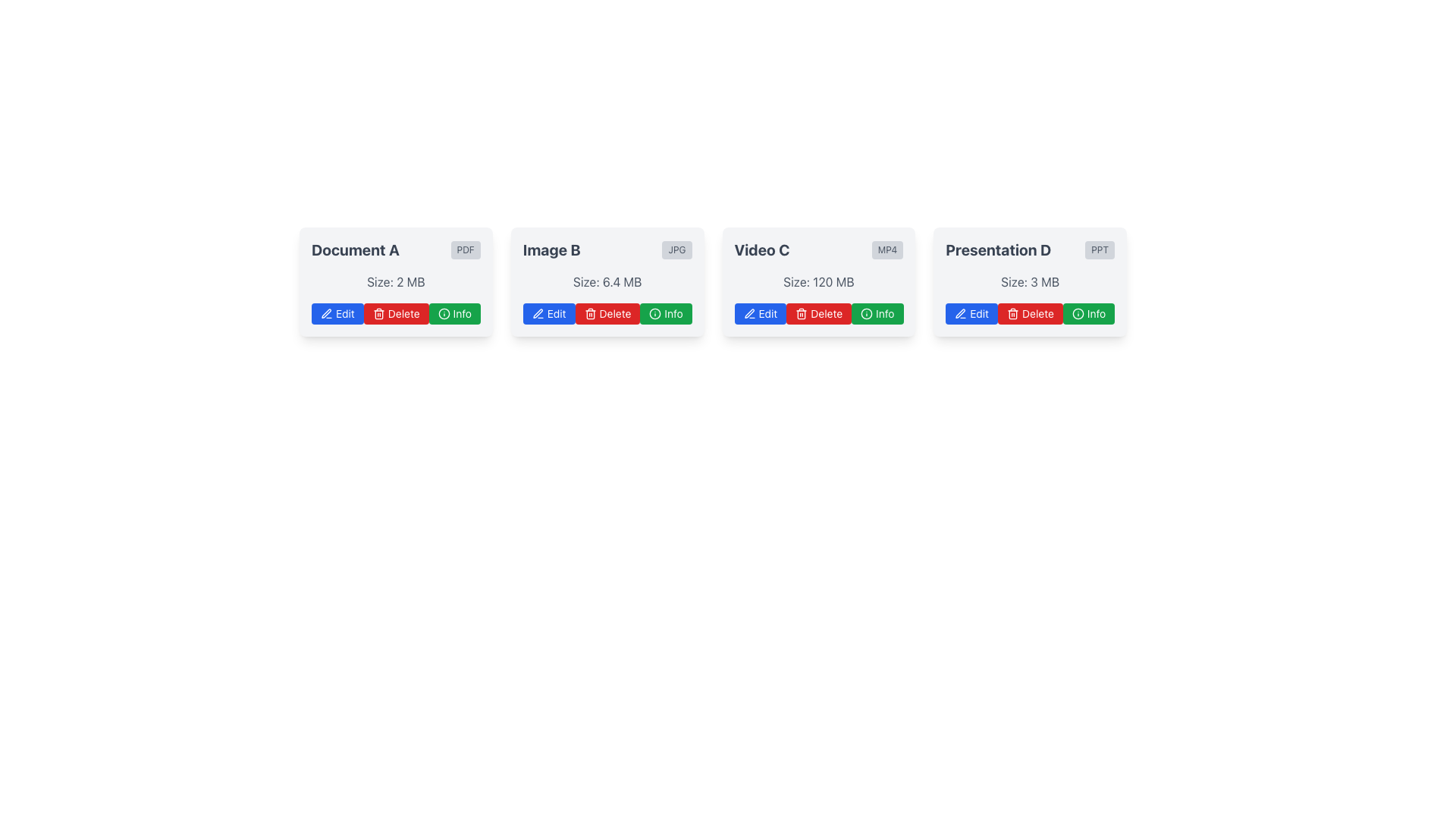  I want to click on the green 'Info' button with rounded corners, so click(453, 312).